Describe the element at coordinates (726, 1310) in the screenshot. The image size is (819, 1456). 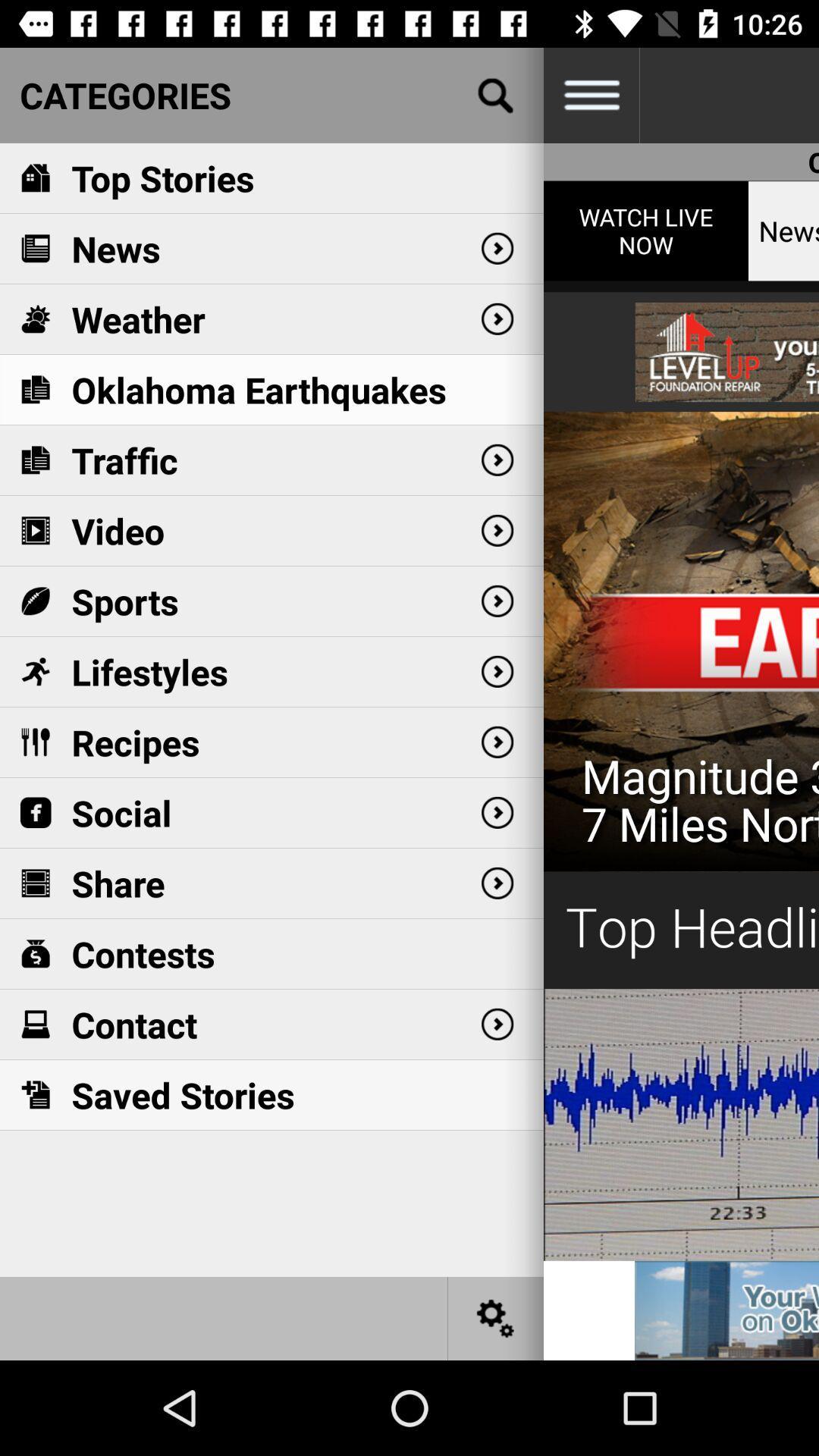
I see `advertisement page` at that location.